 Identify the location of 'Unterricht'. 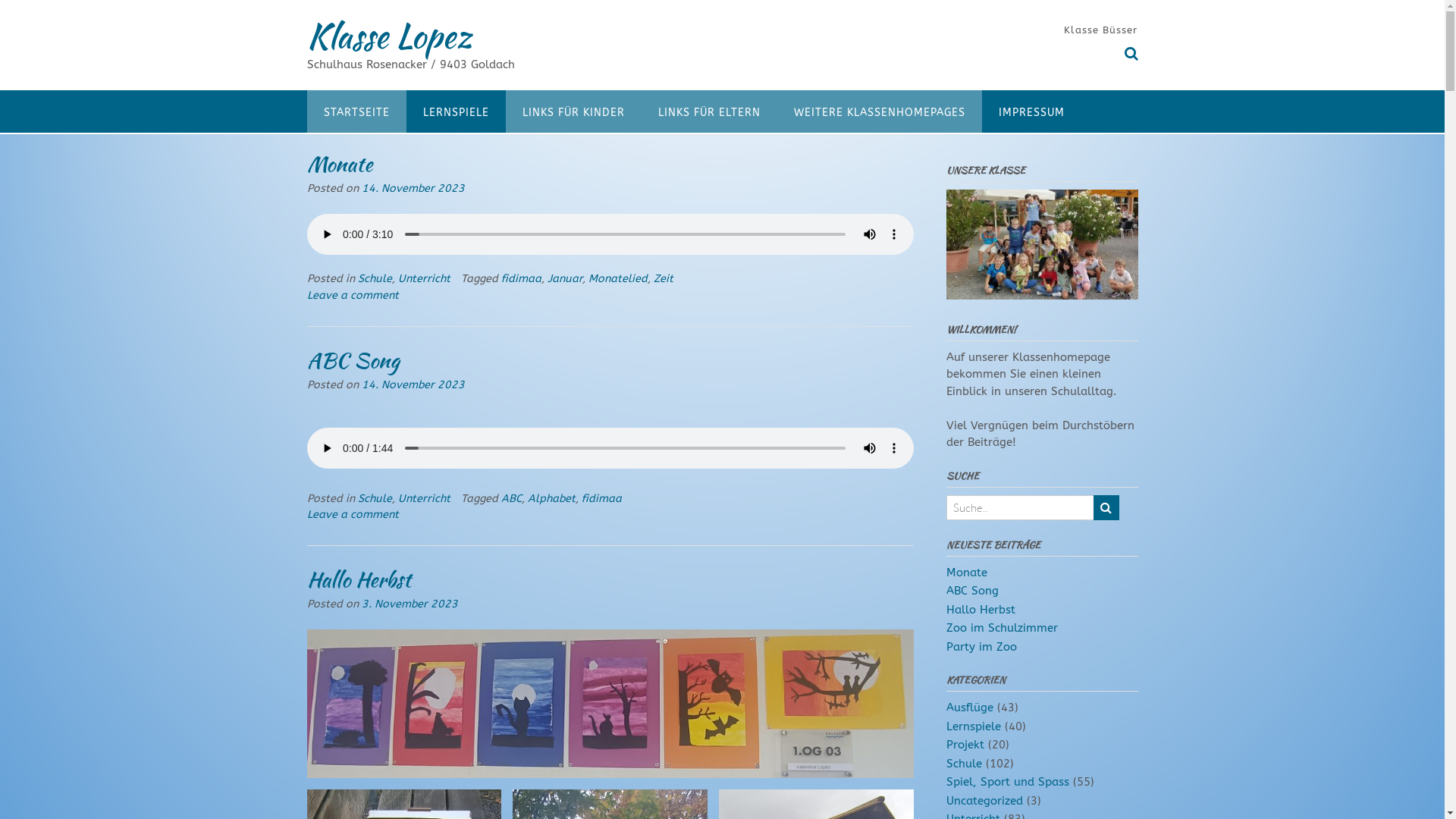
(423, 278).